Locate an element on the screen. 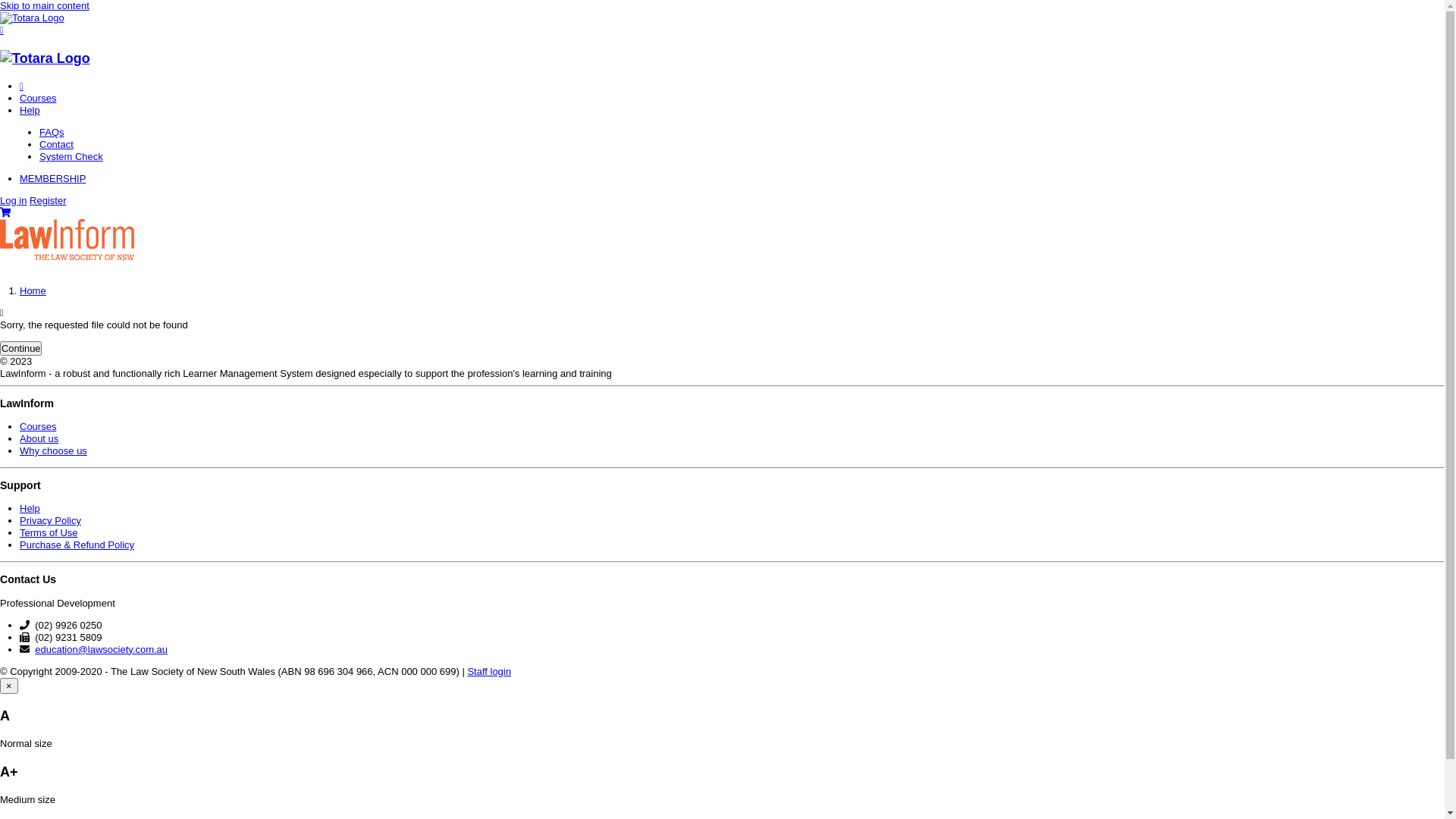 This screenshot has width=1456, height=819. 'Staff login' is located at coordinates (488, 670).